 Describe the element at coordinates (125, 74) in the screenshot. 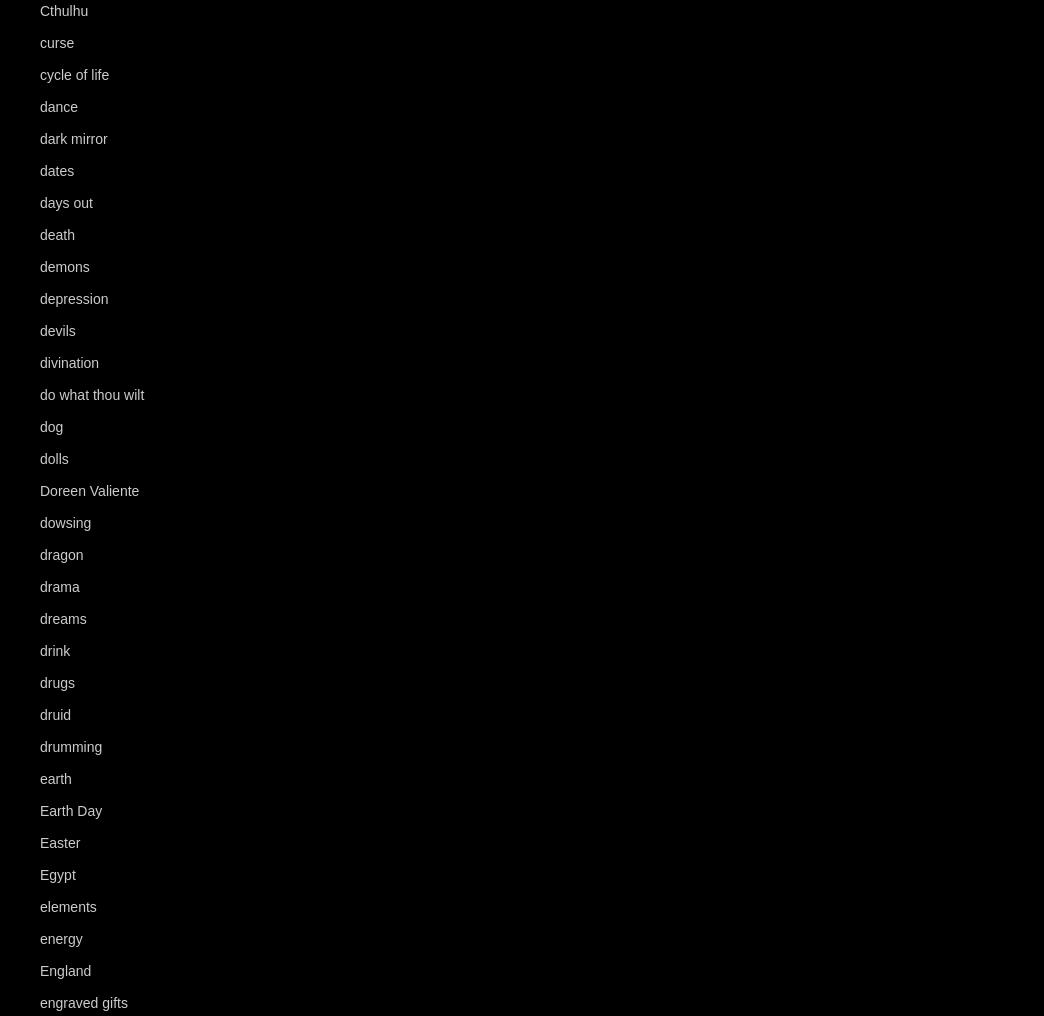

I see `'(40)'` at that location.